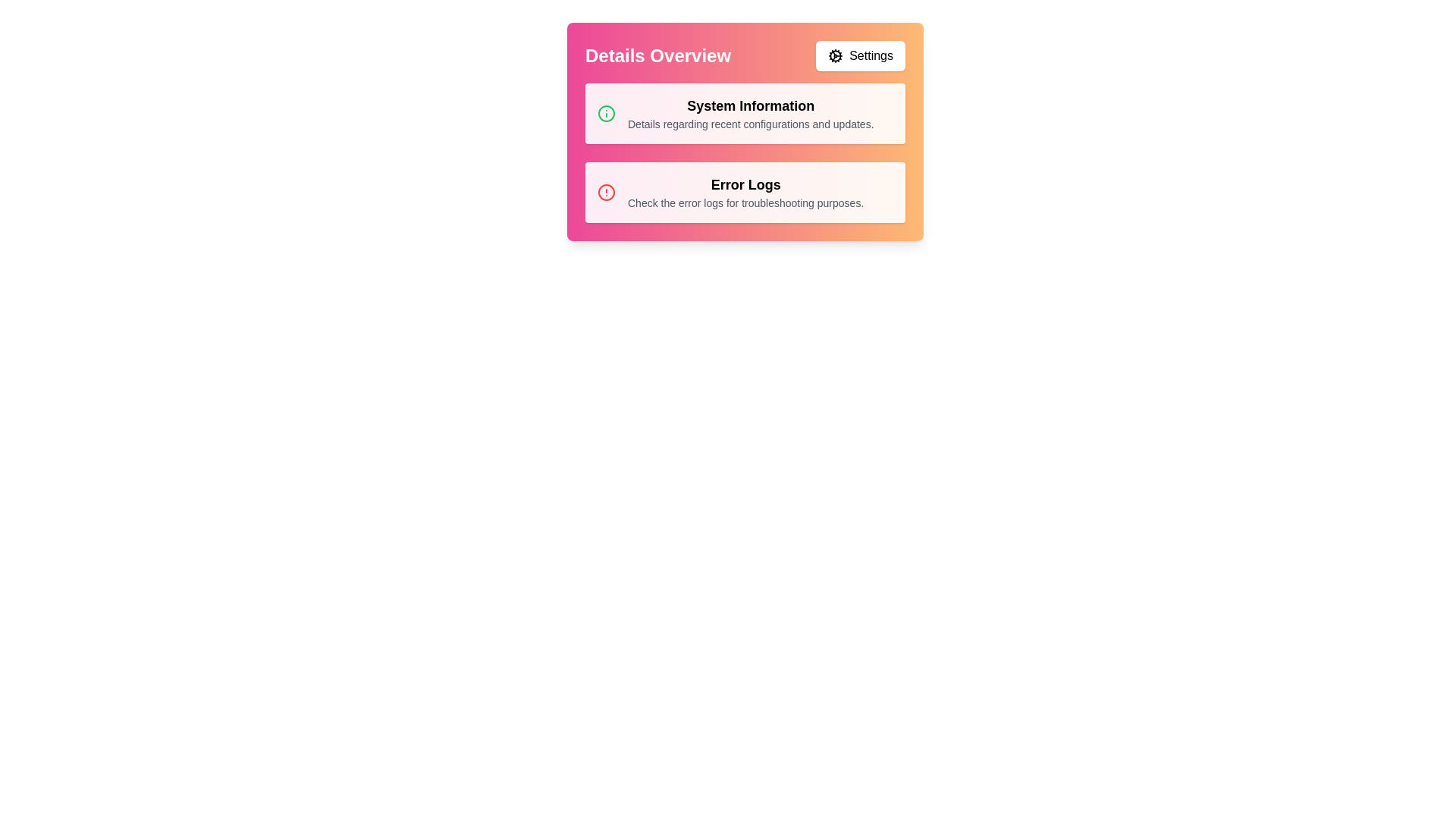 This screenshot has width=1456, height=819. Describe the element at coordinates (835, 55) in the screenshot. I see `the settings icon located to the left of the word 'Settings' in the top-right section of the 'Details Overview' panel` at that location.